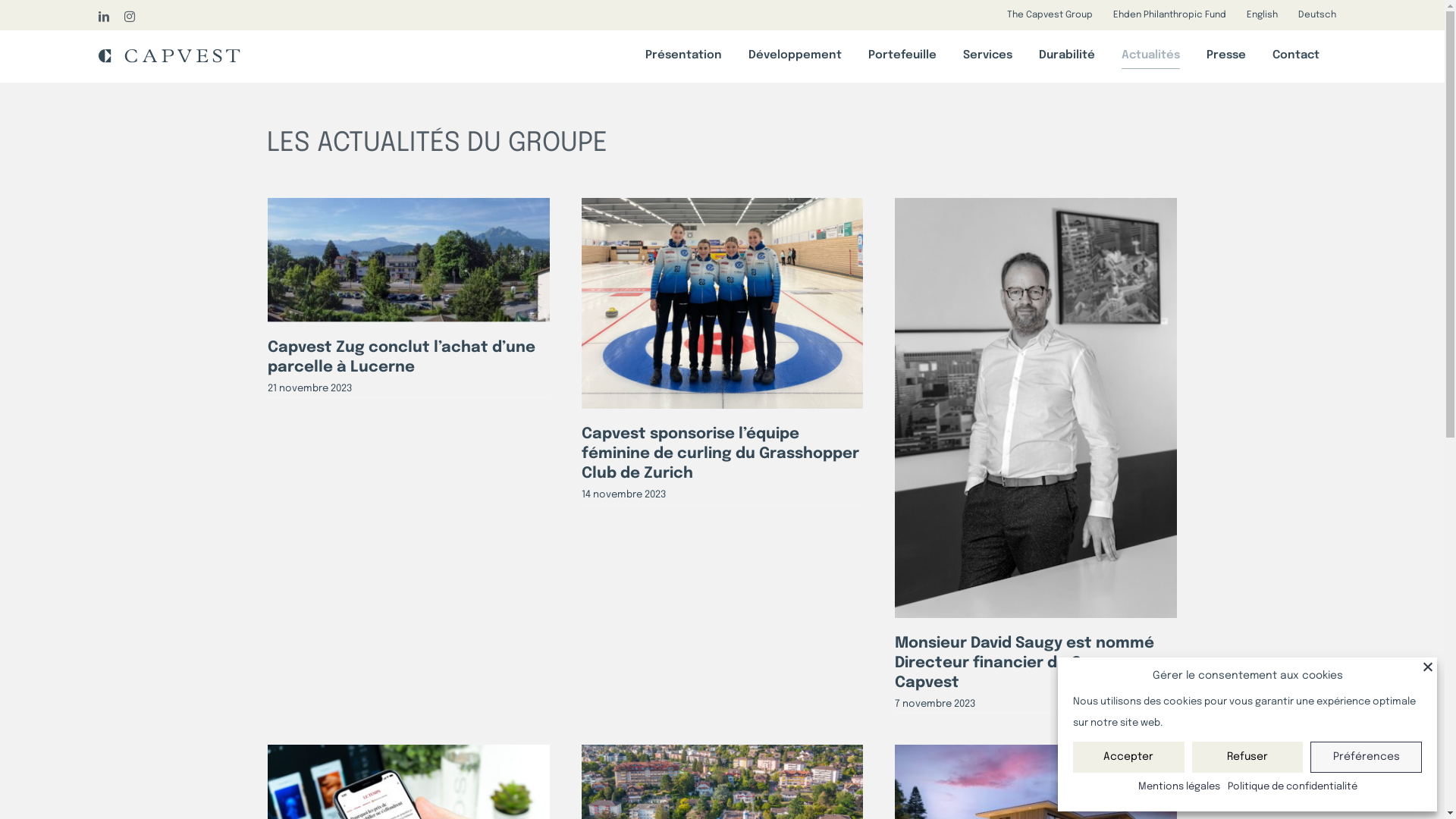  What do you see at coordinates (1316, 14) in the screenshot?
I see `'Deutsch'` at bounding box center [1316, 14].